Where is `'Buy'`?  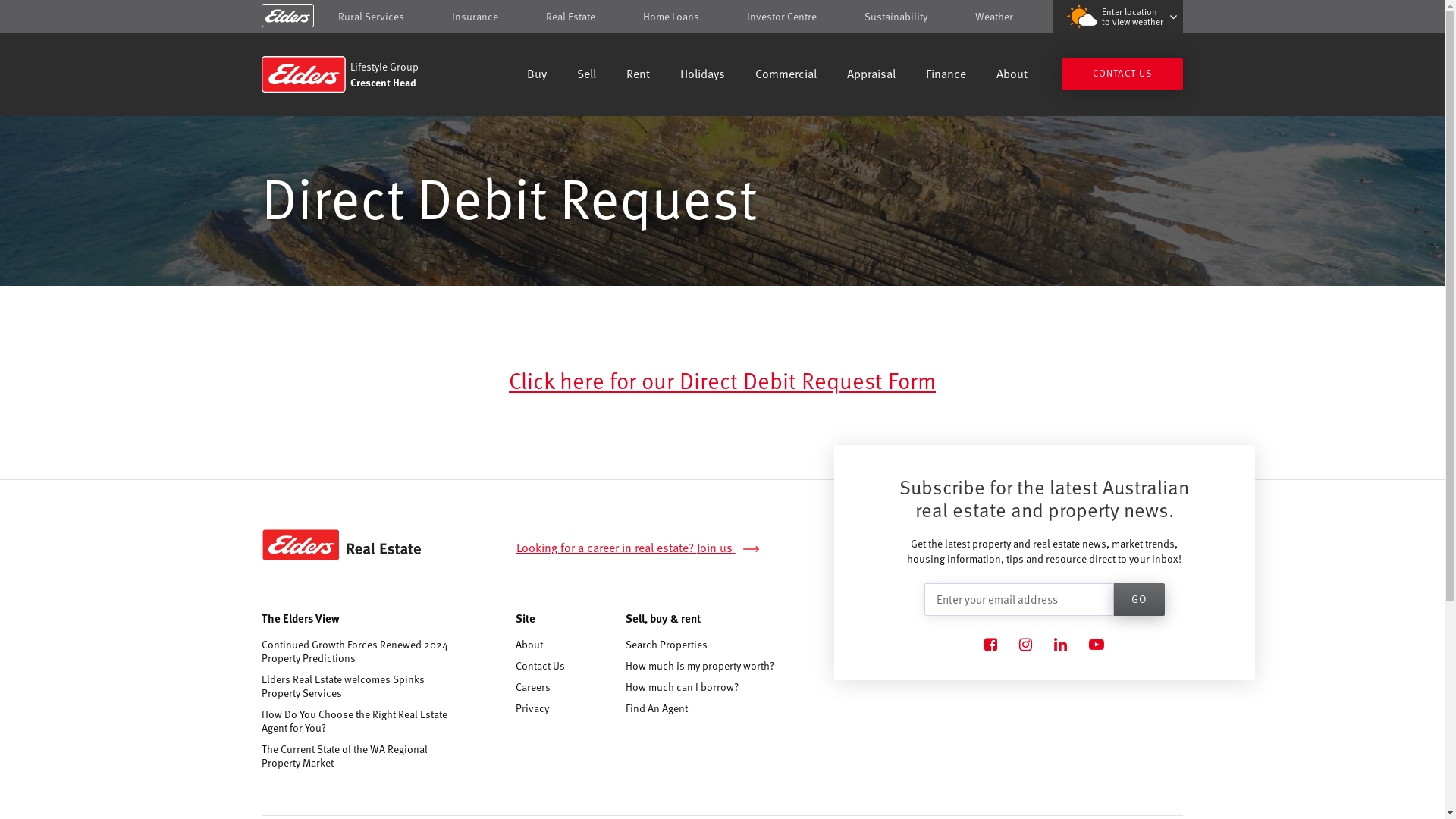
'Buy' is located at coordinates (537, 75).